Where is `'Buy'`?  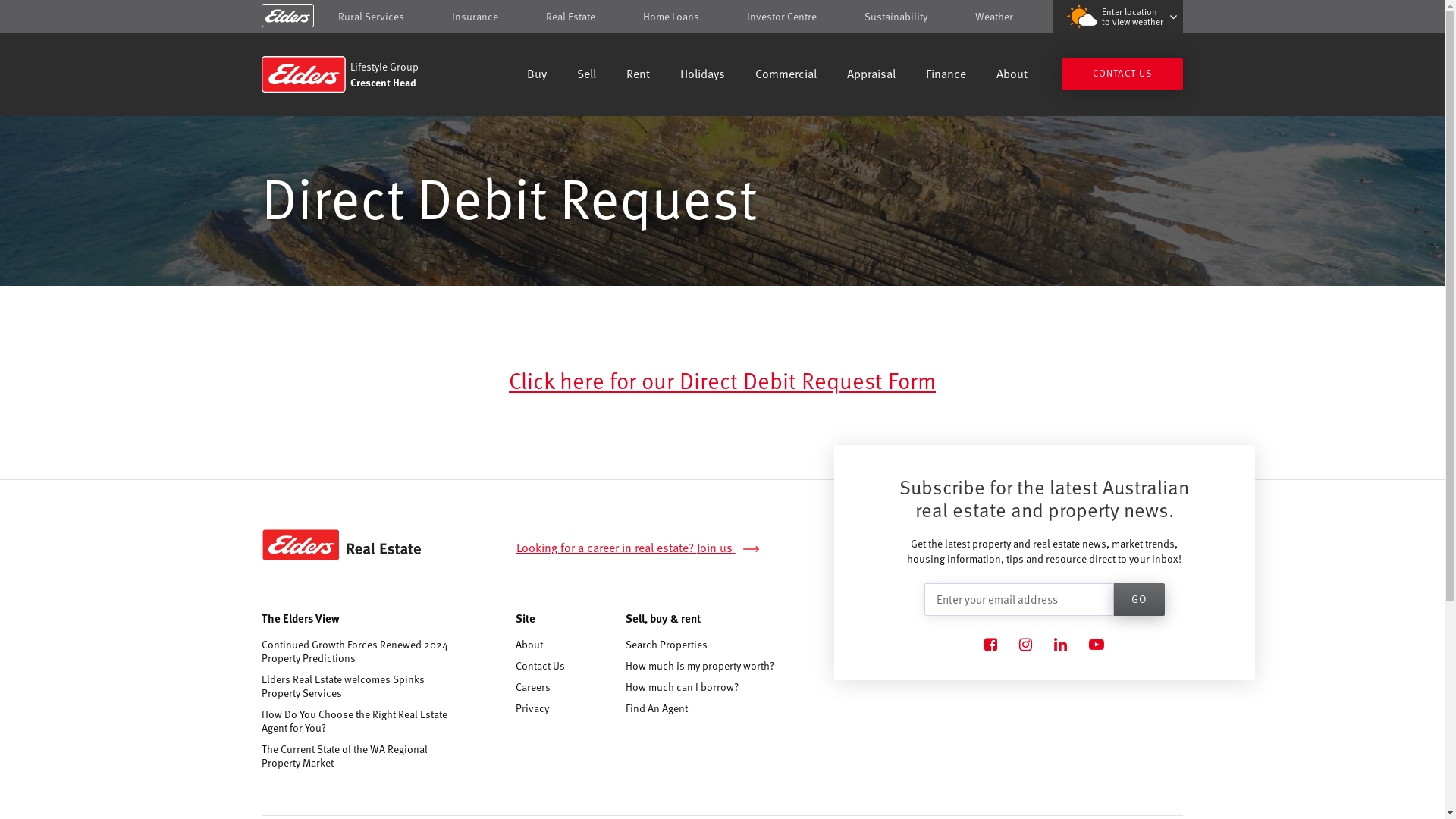
'Buy' is located at coordinates (537, 75).